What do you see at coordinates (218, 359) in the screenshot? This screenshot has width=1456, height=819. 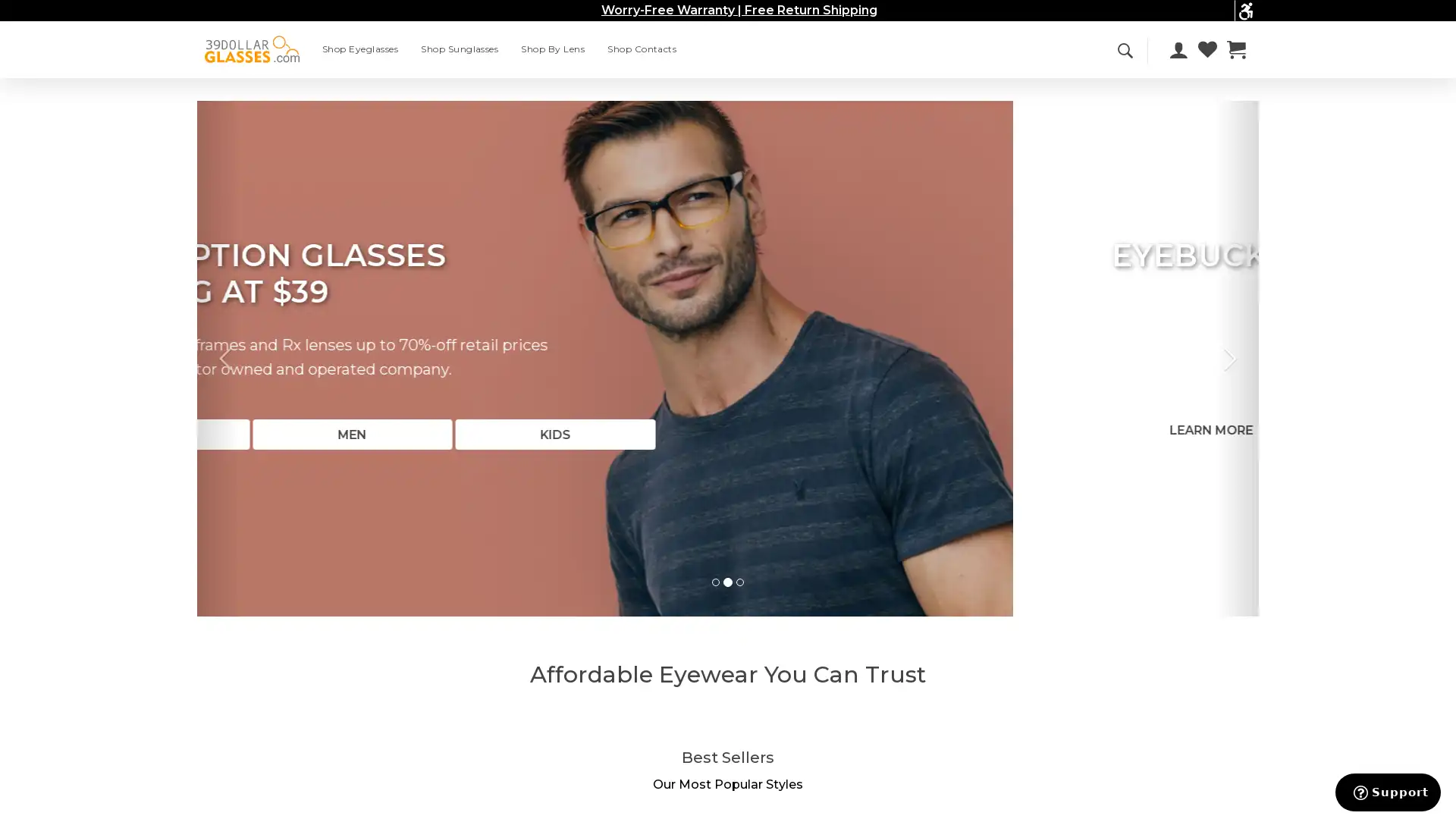 I see `Previous` at bounding box center [218, 359].